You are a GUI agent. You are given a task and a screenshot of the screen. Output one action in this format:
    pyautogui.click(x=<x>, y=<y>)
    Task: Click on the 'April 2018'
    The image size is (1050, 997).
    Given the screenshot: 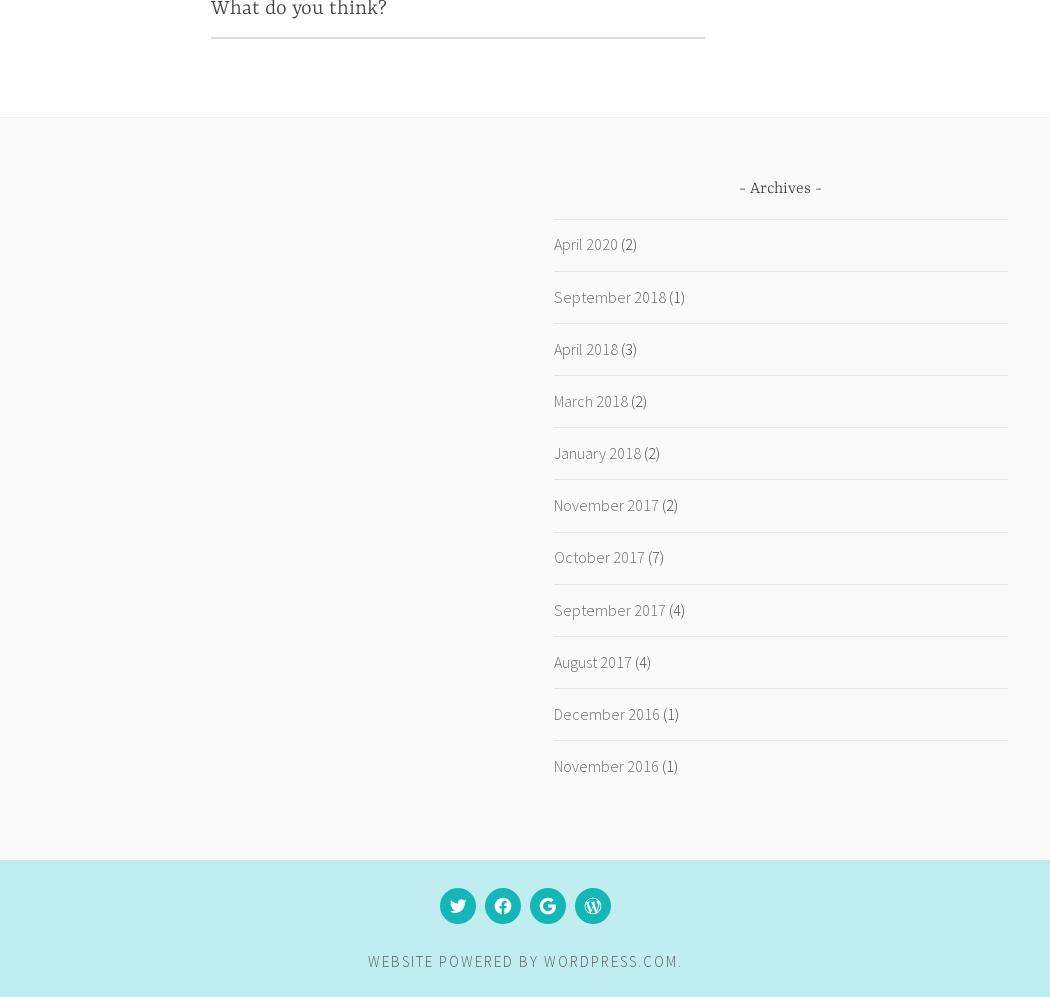 What is the action you would take?
    pyautogui.click(x=583, y=346)
    